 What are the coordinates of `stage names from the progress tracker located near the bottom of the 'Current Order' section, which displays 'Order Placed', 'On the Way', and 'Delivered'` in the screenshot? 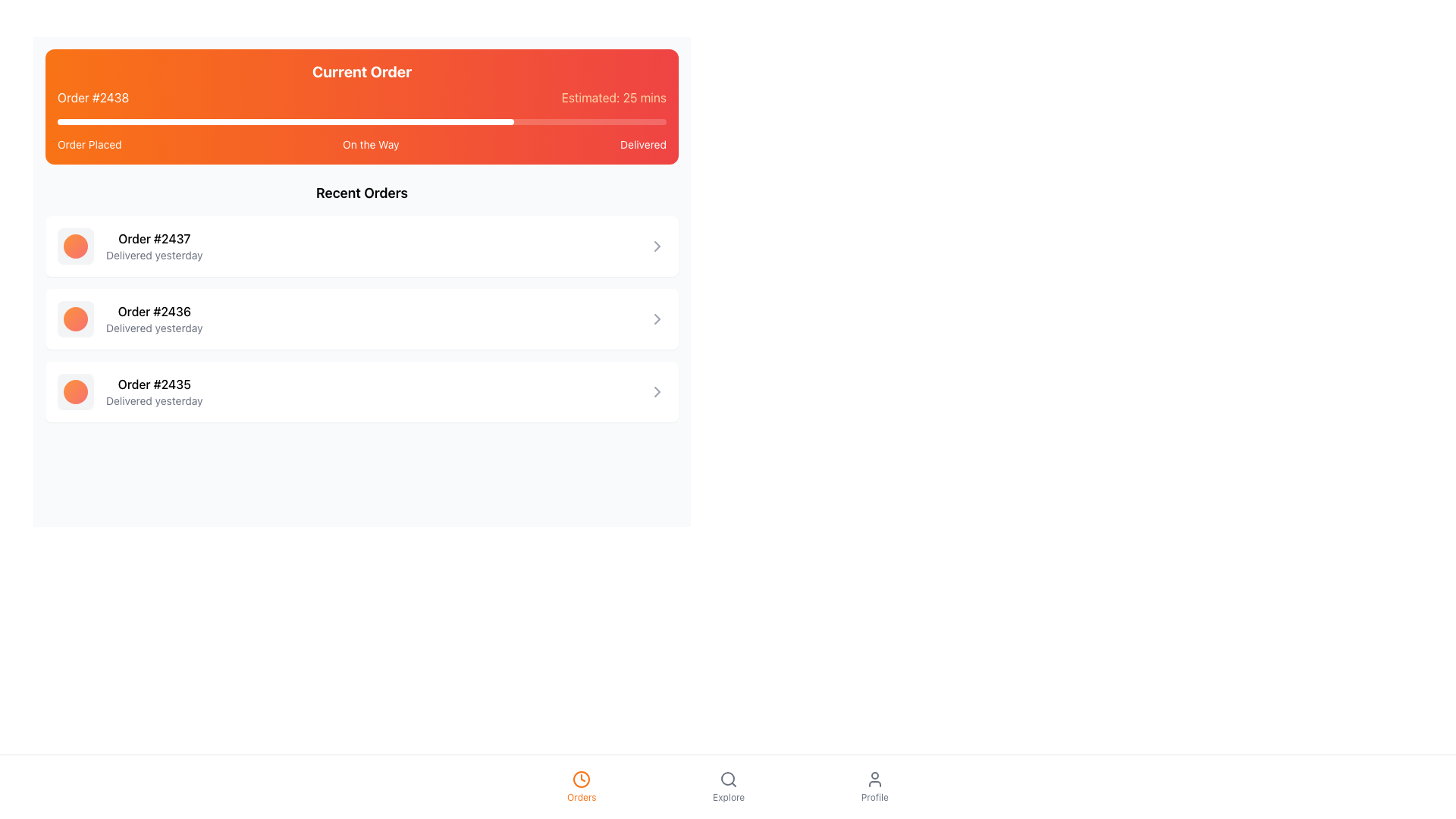 It's located at (361, 145).